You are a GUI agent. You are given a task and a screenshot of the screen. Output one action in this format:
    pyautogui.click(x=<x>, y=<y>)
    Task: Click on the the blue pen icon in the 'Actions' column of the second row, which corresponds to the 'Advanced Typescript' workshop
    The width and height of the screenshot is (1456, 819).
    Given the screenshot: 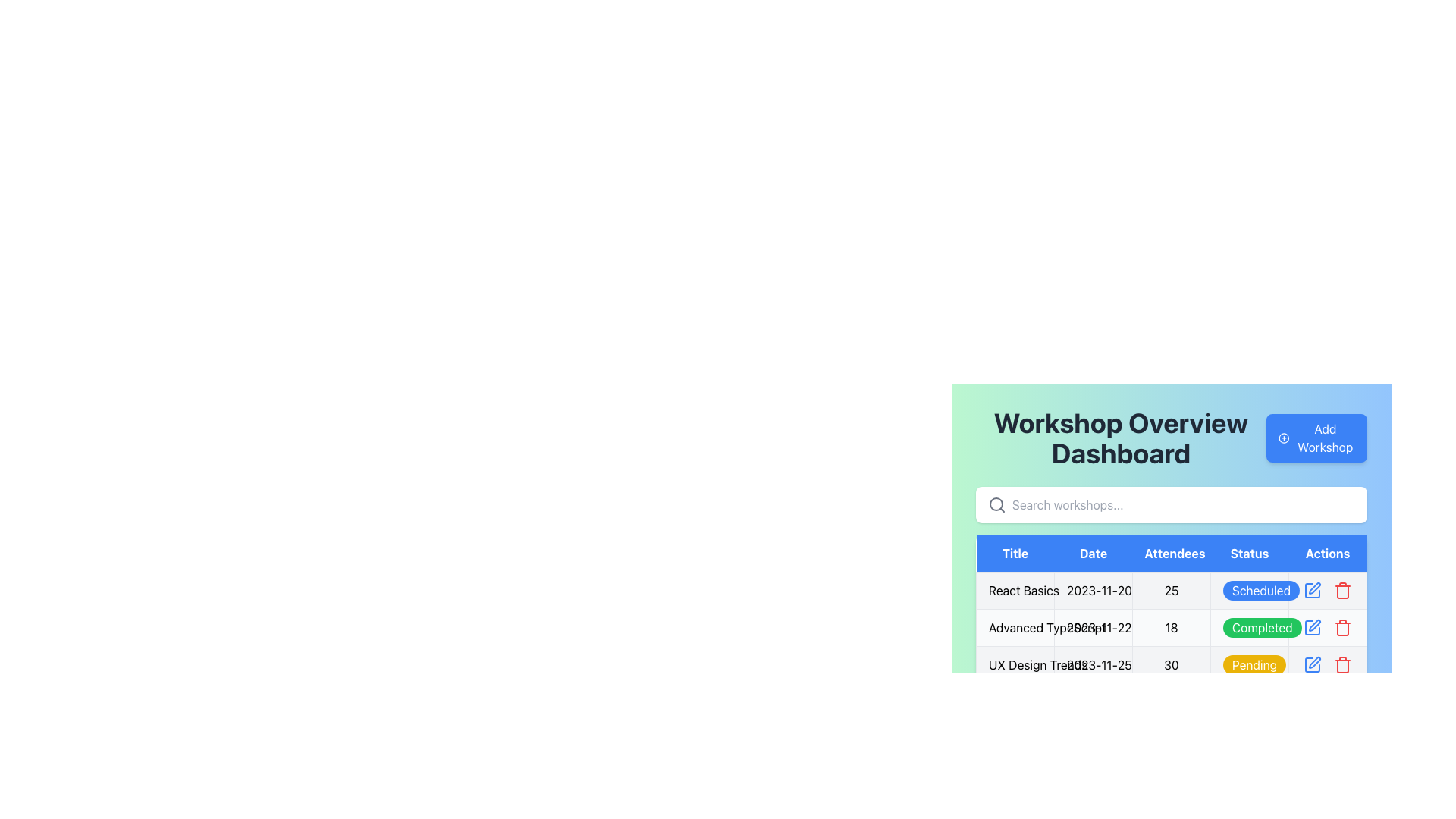 What is the action you would take?
    pyautogui.click(x=1312, y=628)
    